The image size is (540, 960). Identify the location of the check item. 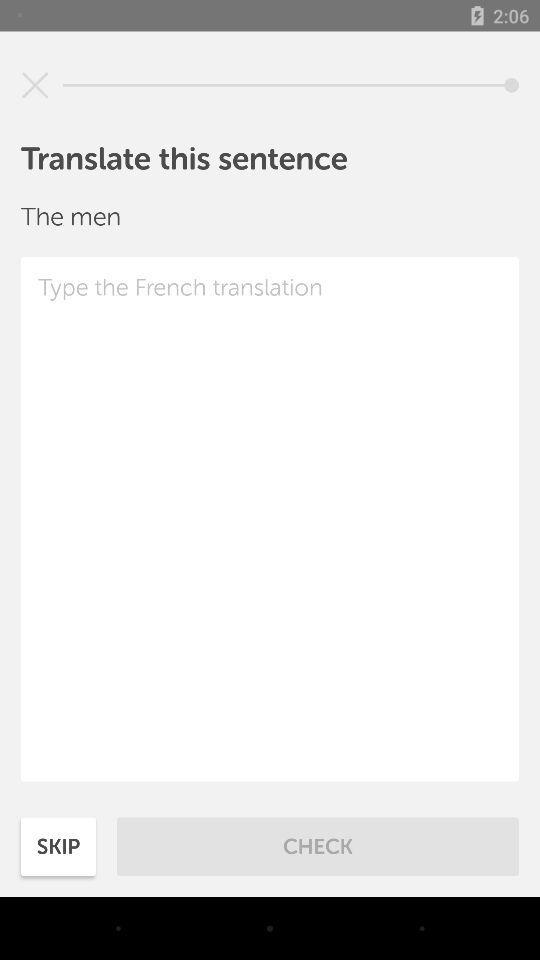
(318, 845).